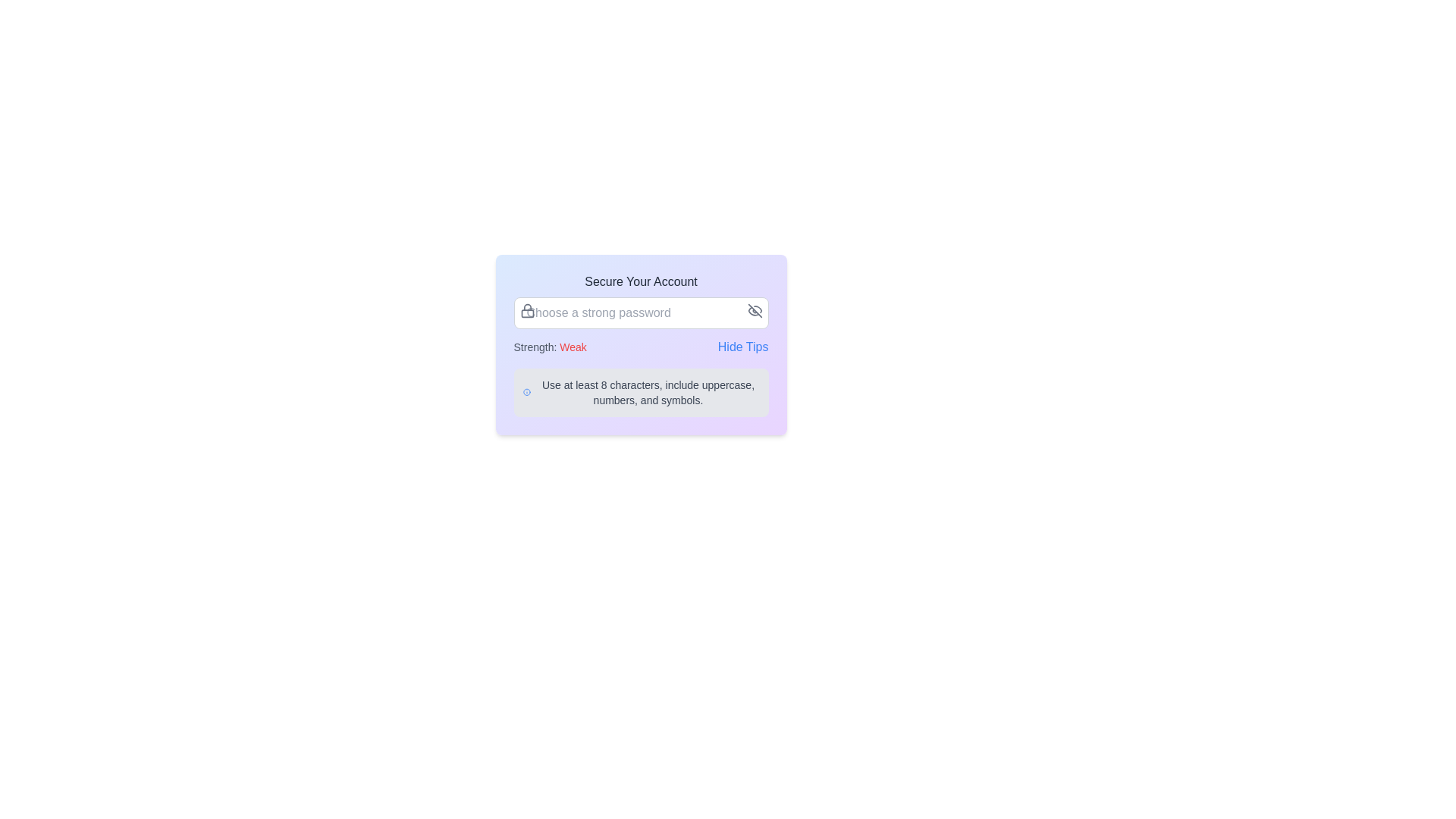 The height and width of the screenshot is (819, 1456). What do you see at coordinates (527, 312) in the screenshot?
I see `the decorative SVG element that represents the rectangular base of the lock icon, located to the left of the 'Choose a strong password' input field` at bounding box center [527, 312].